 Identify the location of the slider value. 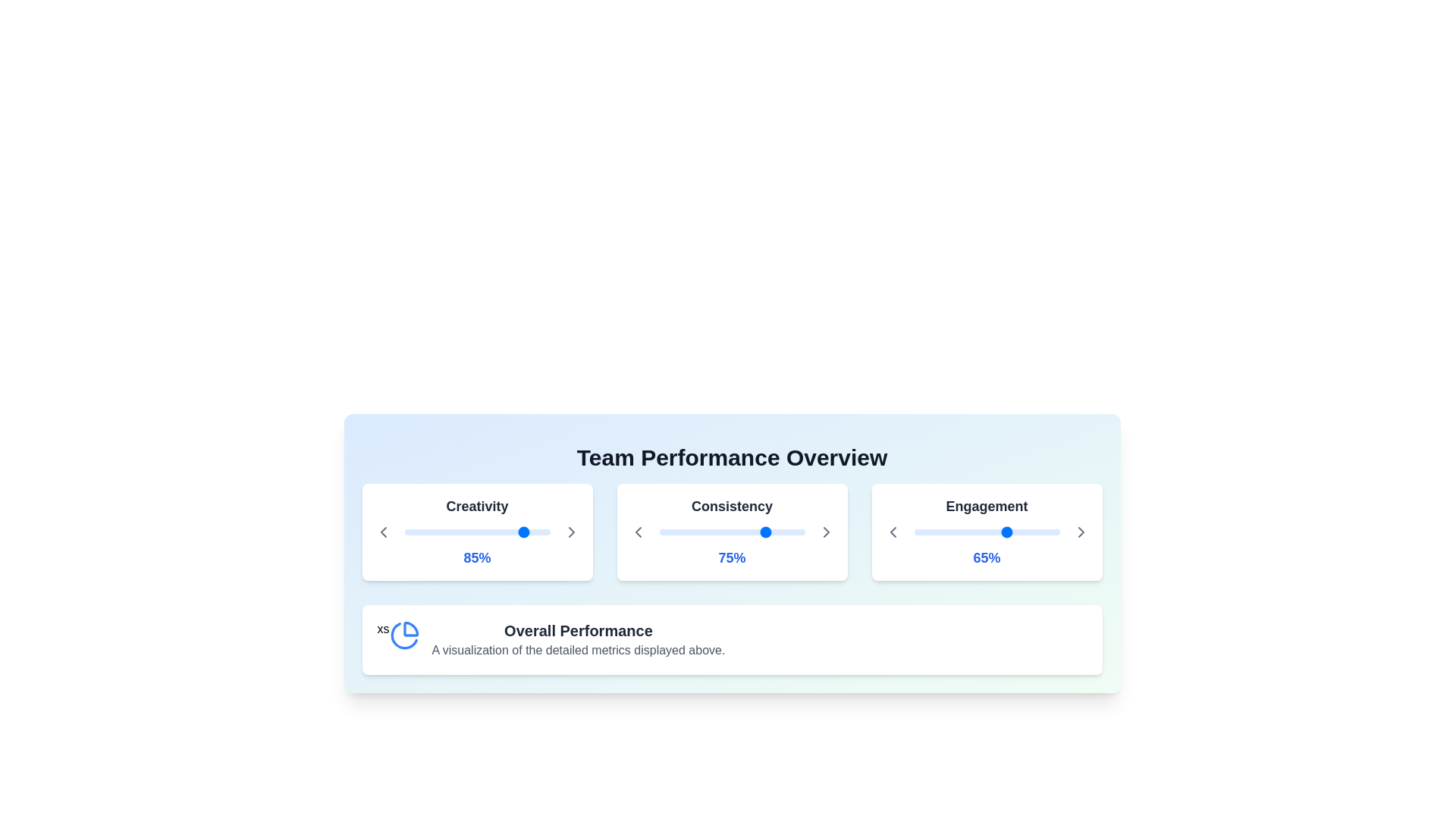
(460, 532).